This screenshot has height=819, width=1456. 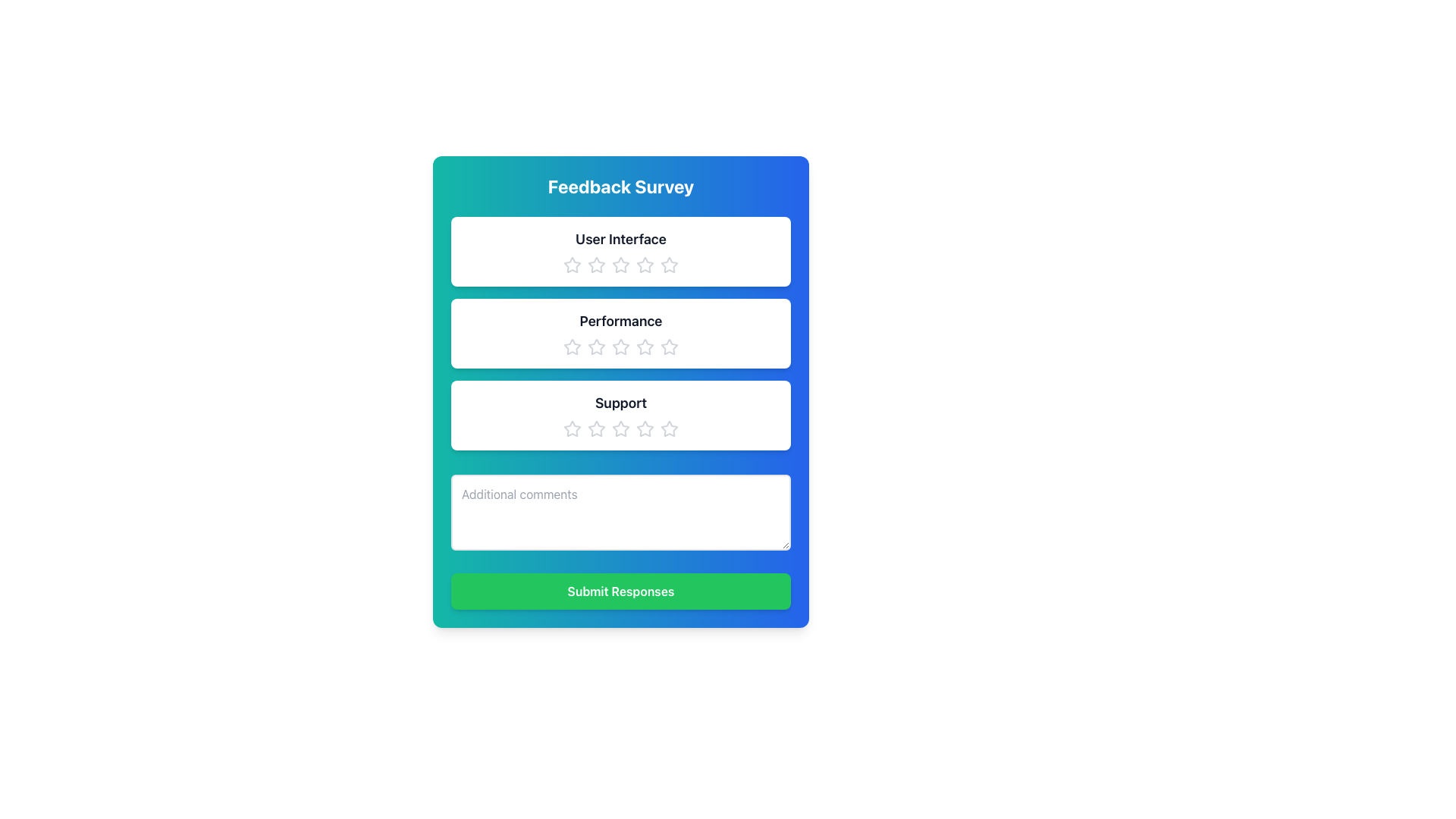 What do you see at coordinates (645, 264) in the screenshot?
I see `the third star icon in the row of five stars under the 'User Interface' section` at bounding box center [645, 264].